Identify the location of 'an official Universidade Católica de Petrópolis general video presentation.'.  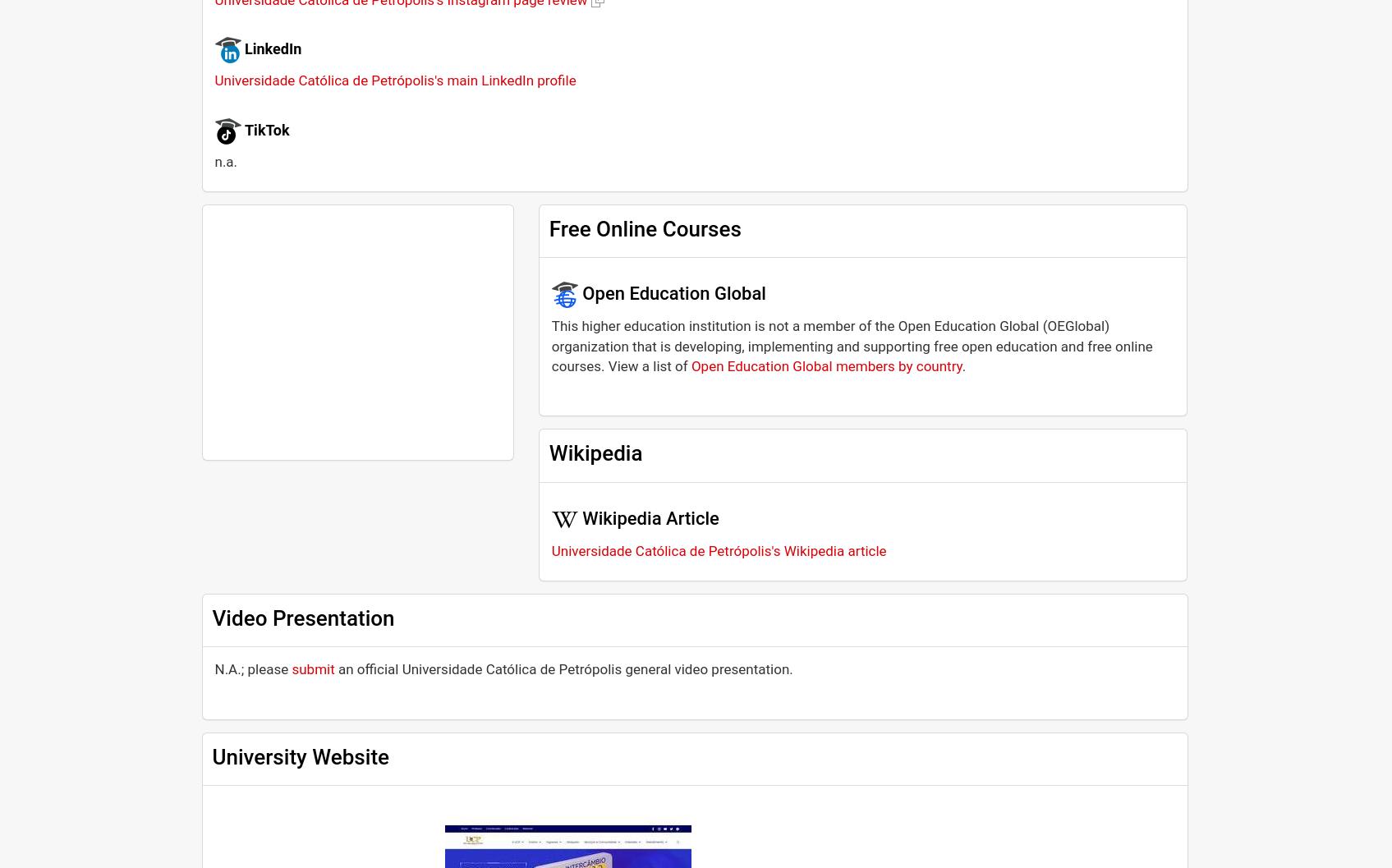
(563, 669).